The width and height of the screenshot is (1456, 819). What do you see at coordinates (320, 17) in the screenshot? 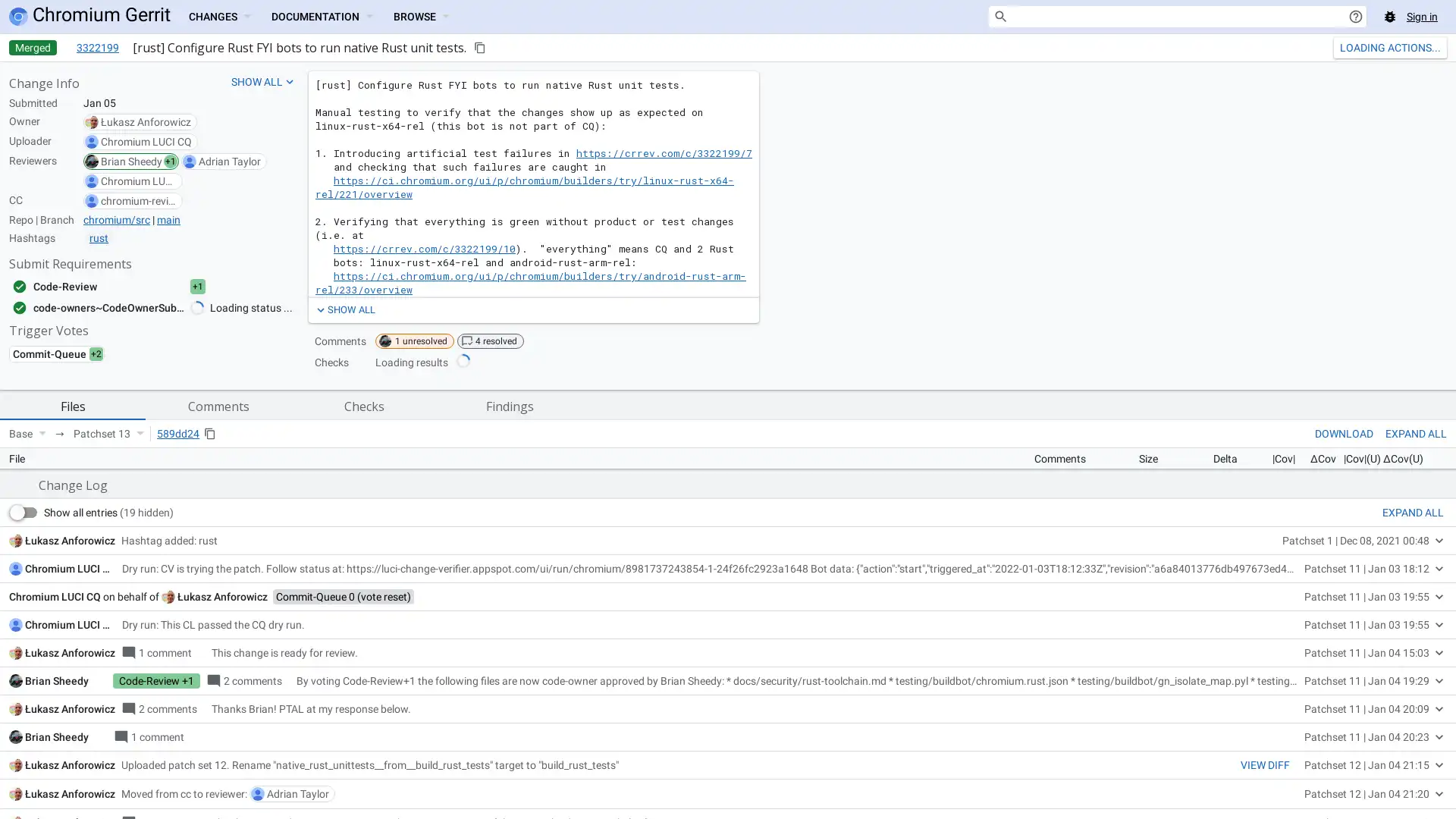
I see `DOCUMENTATION` at bounding box center [320, 17].